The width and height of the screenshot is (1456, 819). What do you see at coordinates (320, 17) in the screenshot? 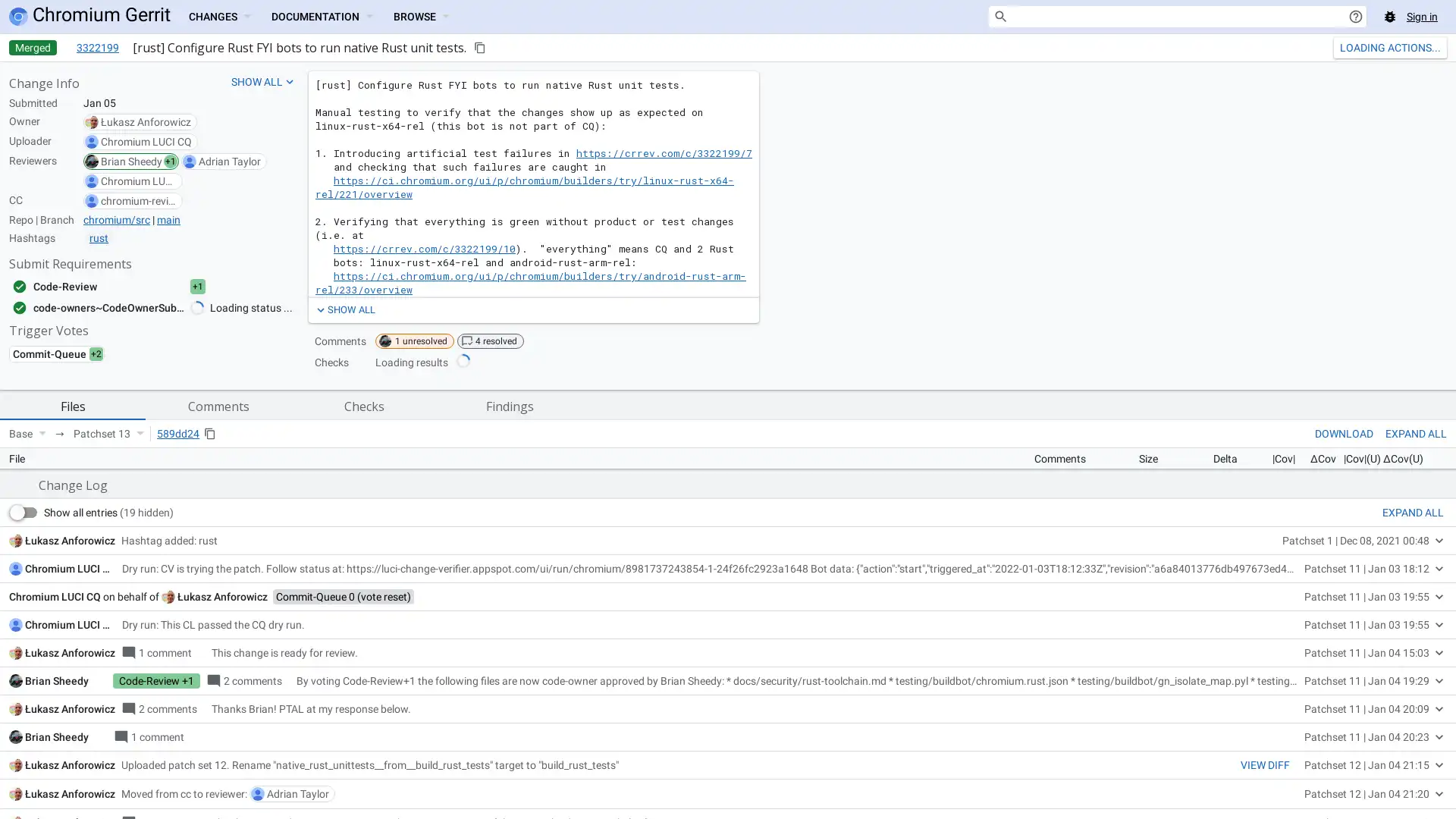
I see `DOCUMENTATION` at bounding box center [320, 17].